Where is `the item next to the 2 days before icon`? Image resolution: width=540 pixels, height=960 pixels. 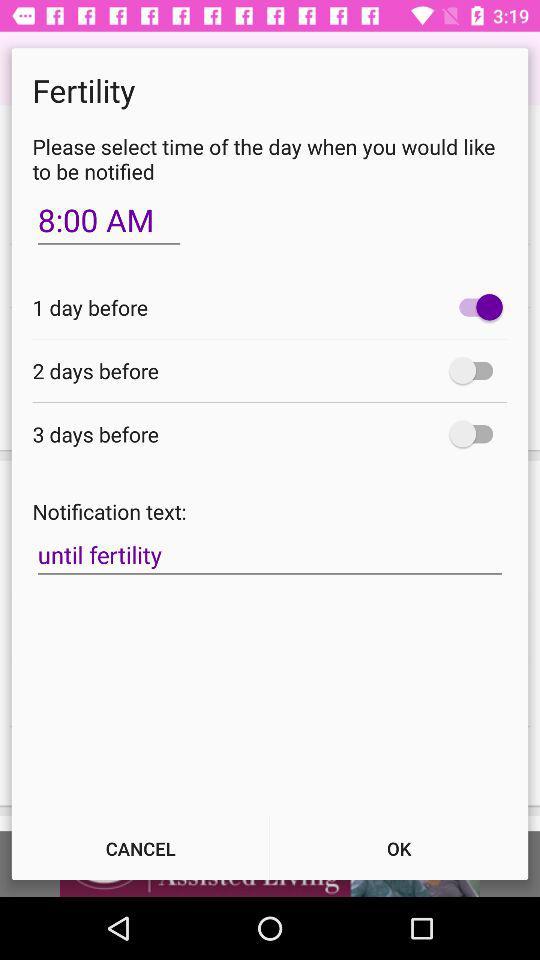
the item next to the 2 days before icon is located at coordinates (475, 369).